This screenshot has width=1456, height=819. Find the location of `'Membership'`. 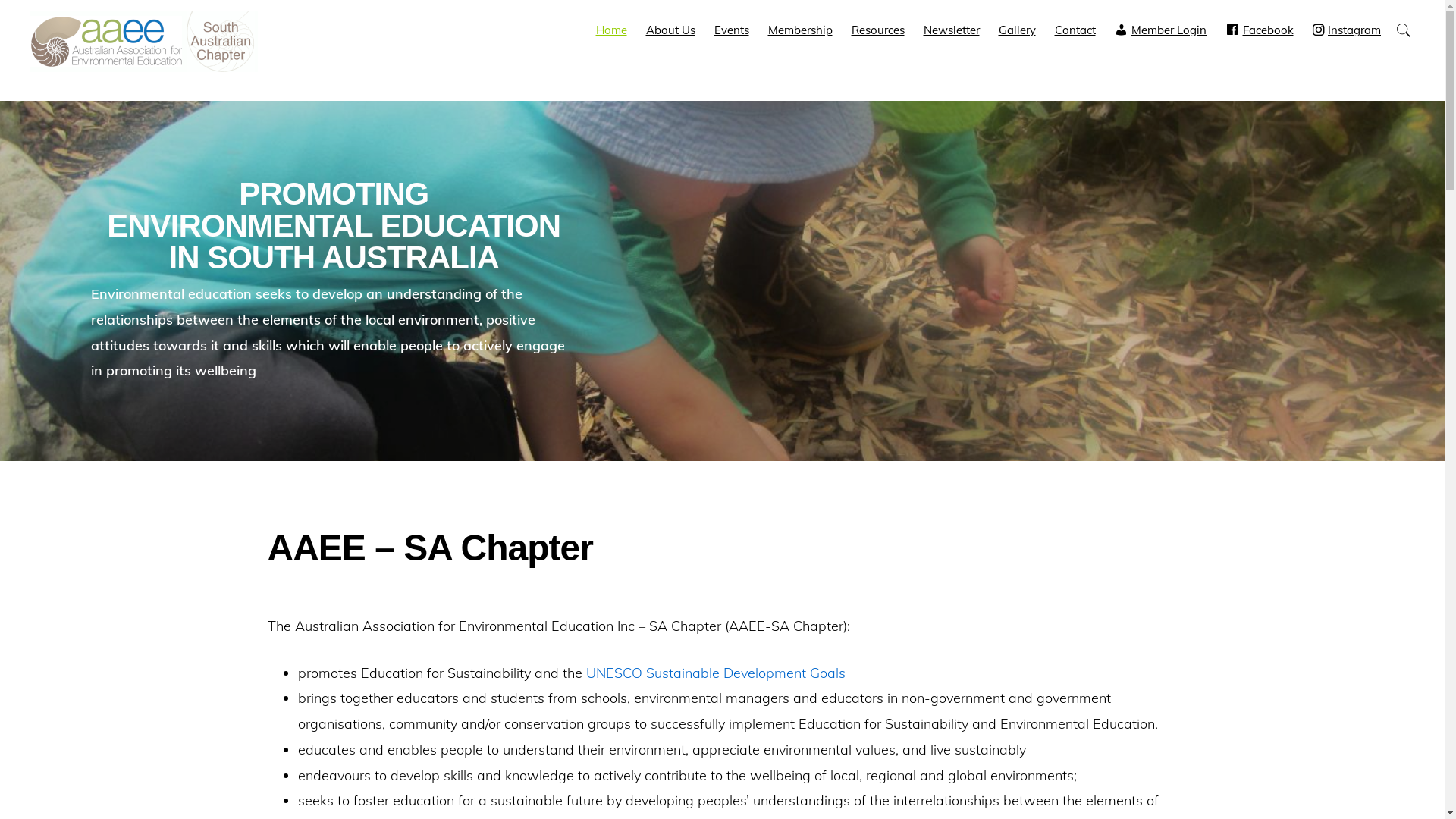

'Membership' is located at coordinates (760, 30).